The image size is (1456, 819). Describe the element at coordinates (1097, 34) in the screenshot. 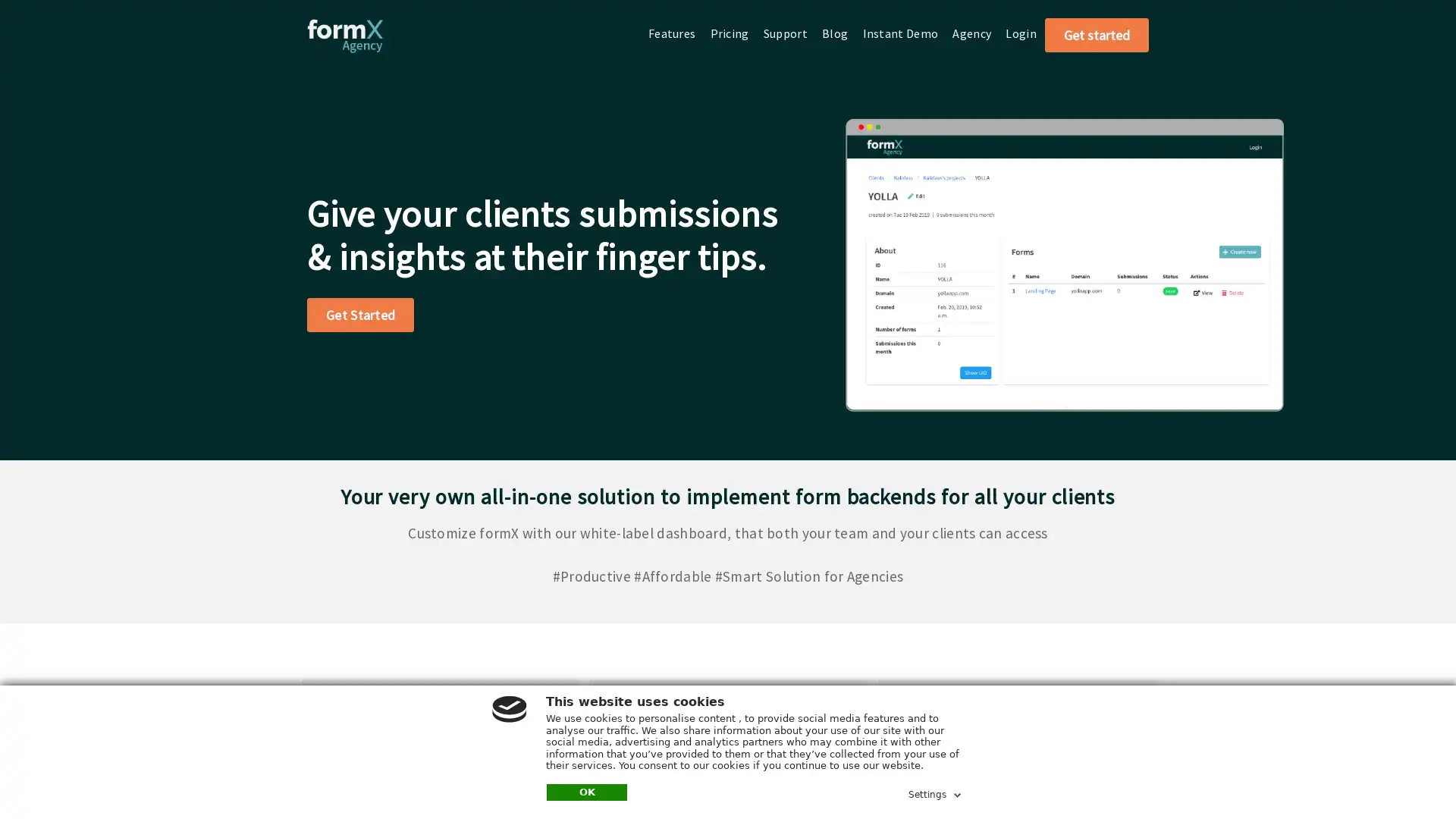

I see `Get started` at that location.